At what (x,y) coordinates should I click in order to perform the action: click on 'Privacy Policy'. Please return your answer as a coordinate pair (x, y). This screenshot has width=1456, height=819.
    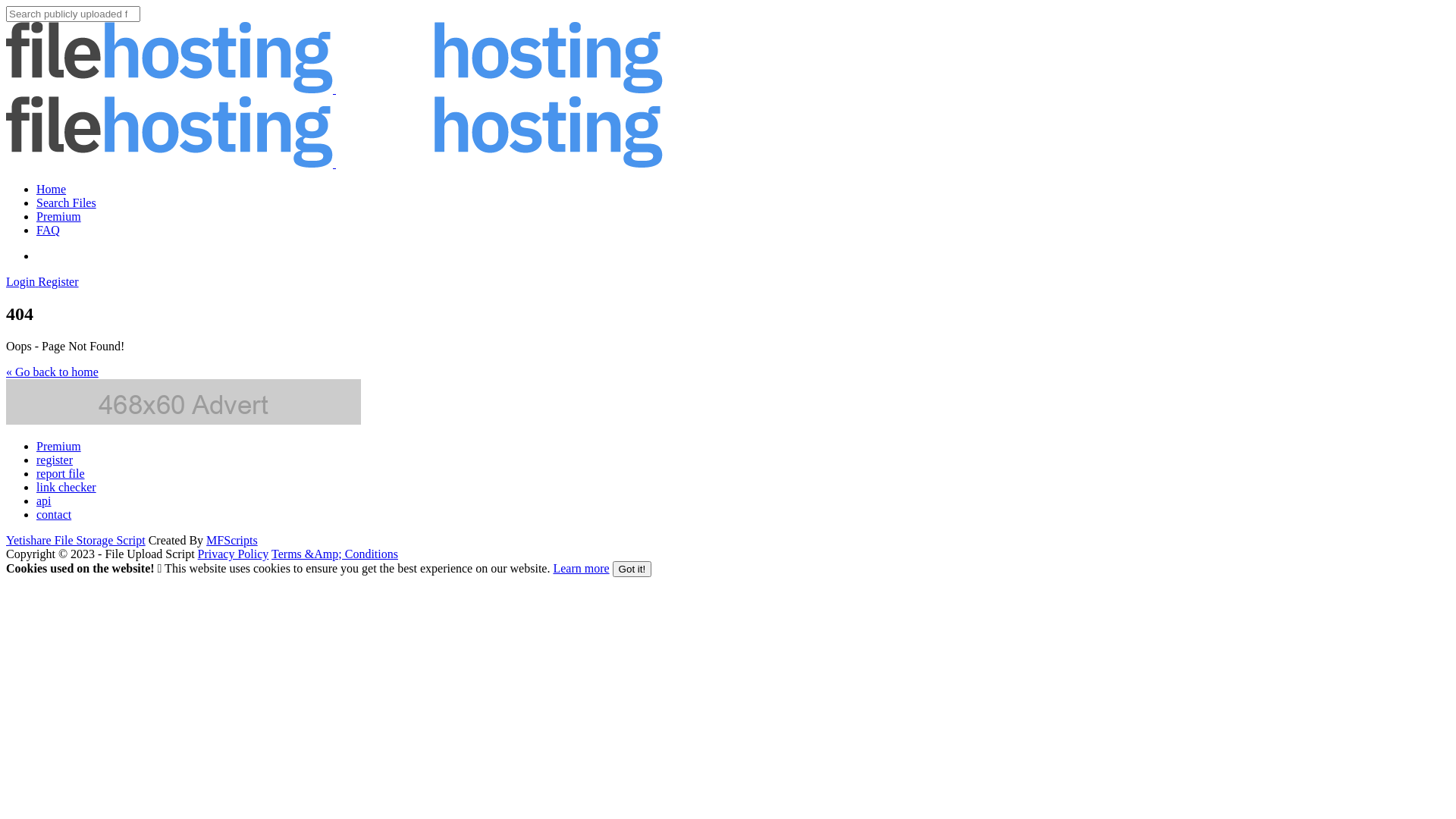
    Looking at the image, I should click on (232, 554).